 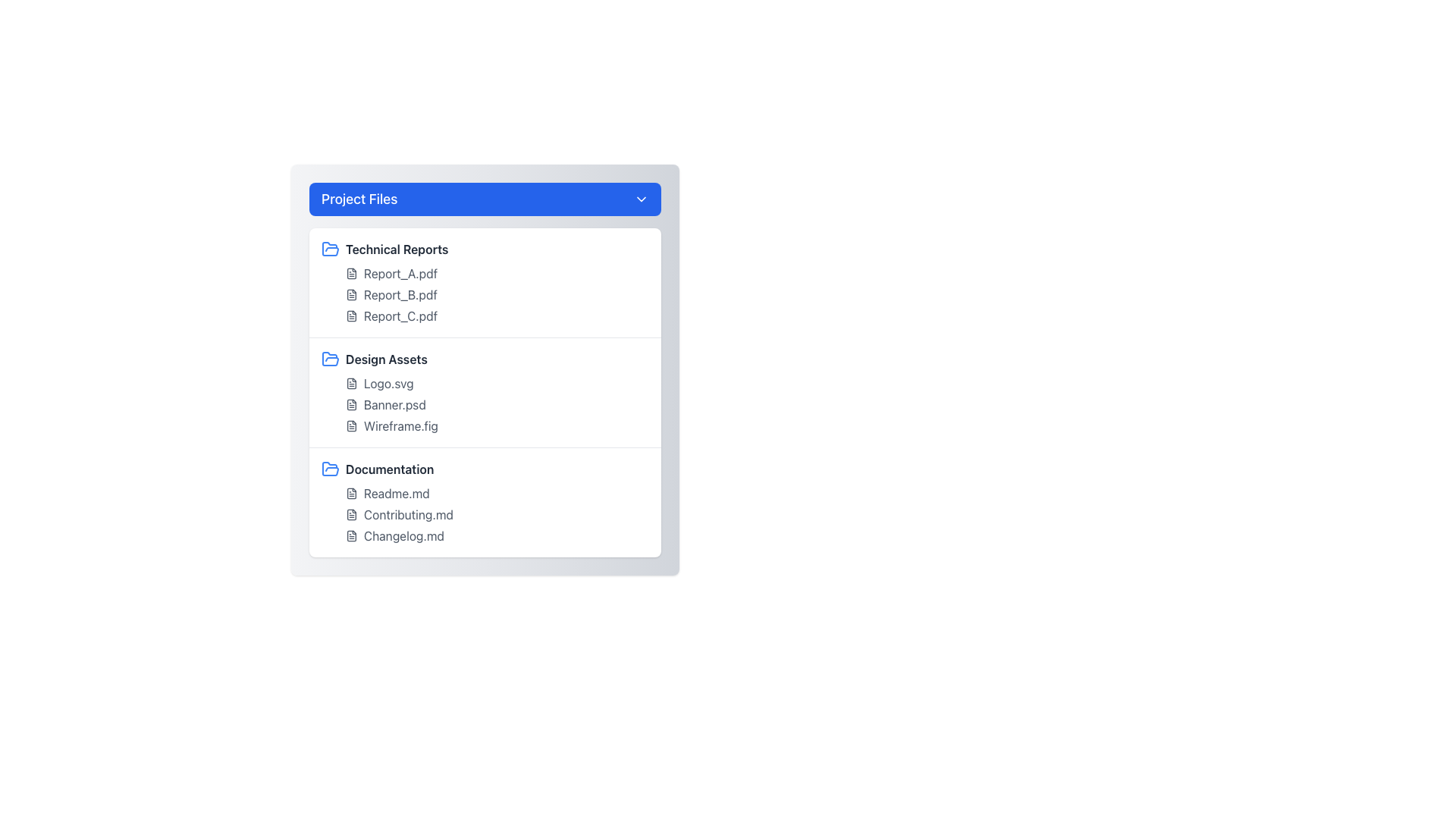 What do you see at coordinates (351, 535) in the screenshot?
I see `the file icon located to the left of the 'Changelog.md' text label in the 'Documentation' section` at bounding box center [351, 535].